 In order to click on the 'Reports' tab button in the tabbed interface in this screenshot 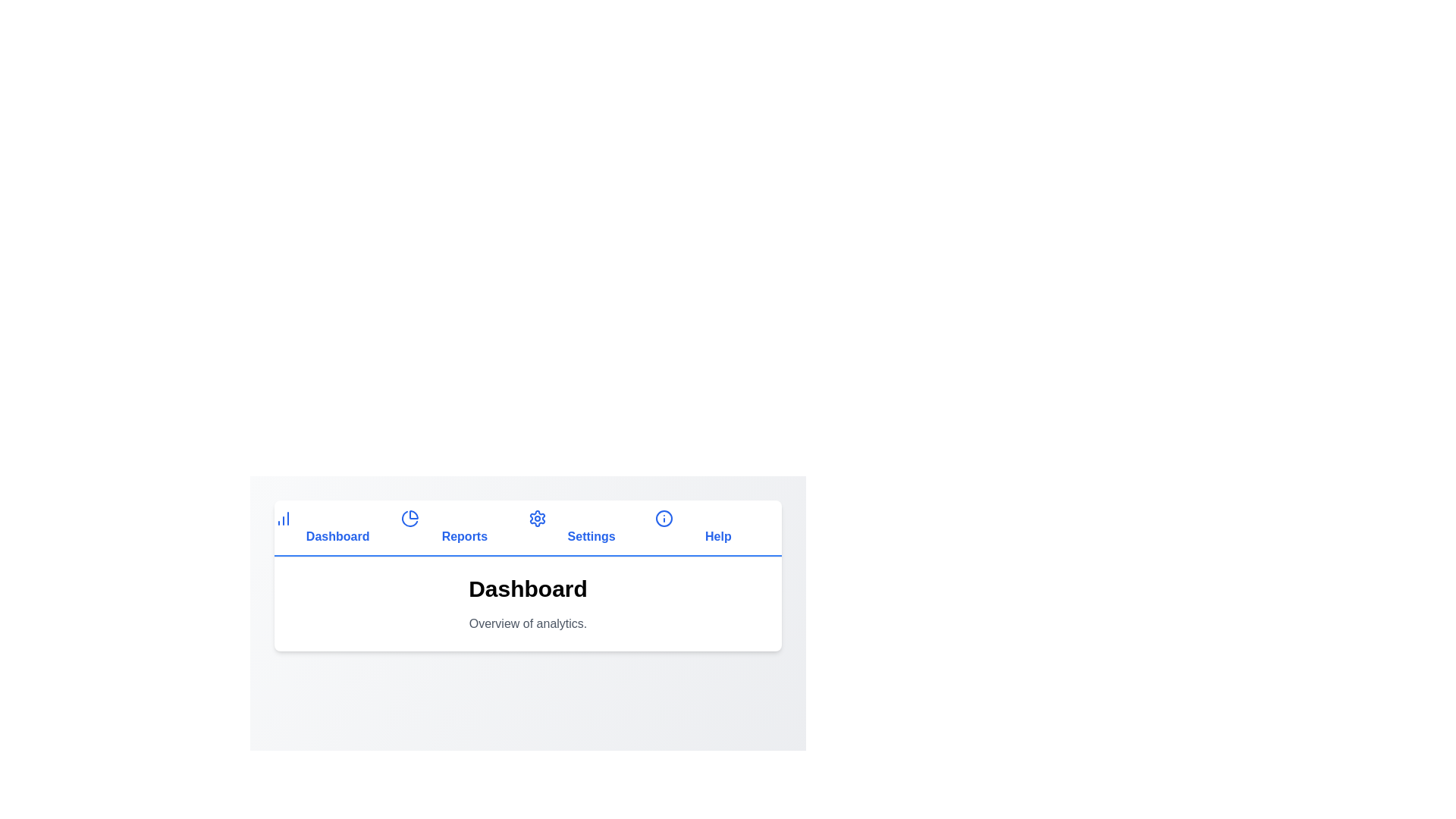, I will do `click(463, 528)`.